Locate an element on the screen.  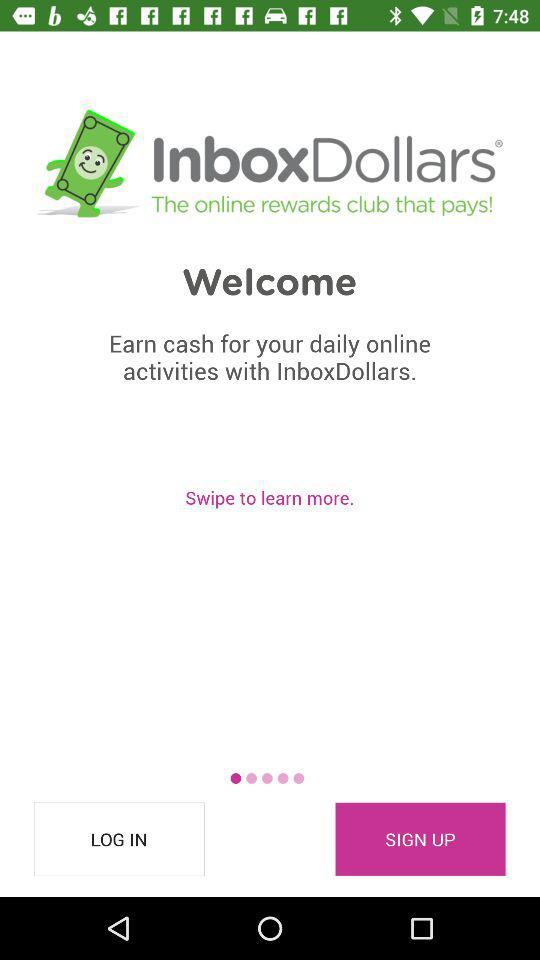
the log in is located at coordinates (119, 839).